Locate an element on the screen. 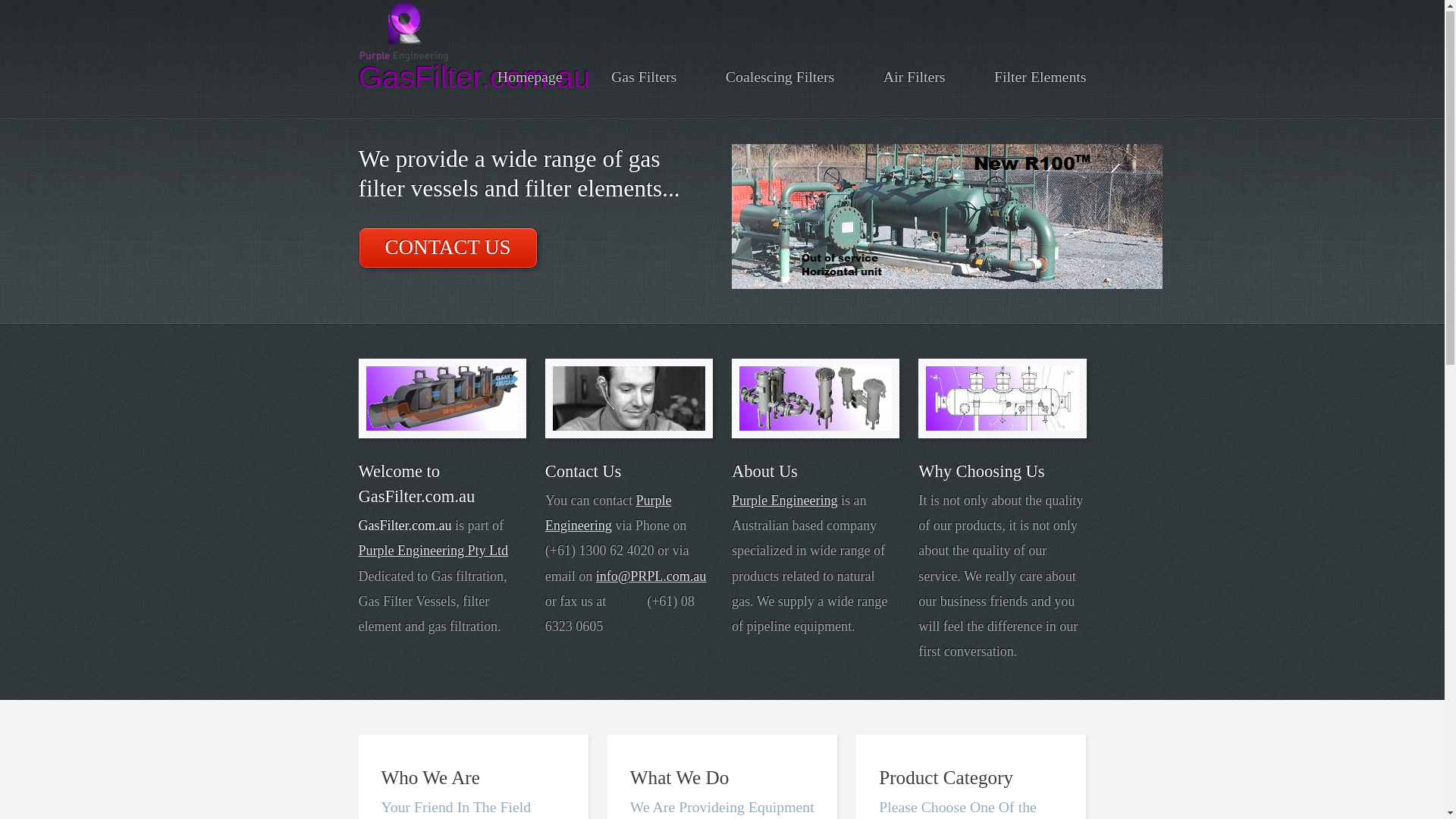  'CONTACT US' is located at coordinates (447, 247).